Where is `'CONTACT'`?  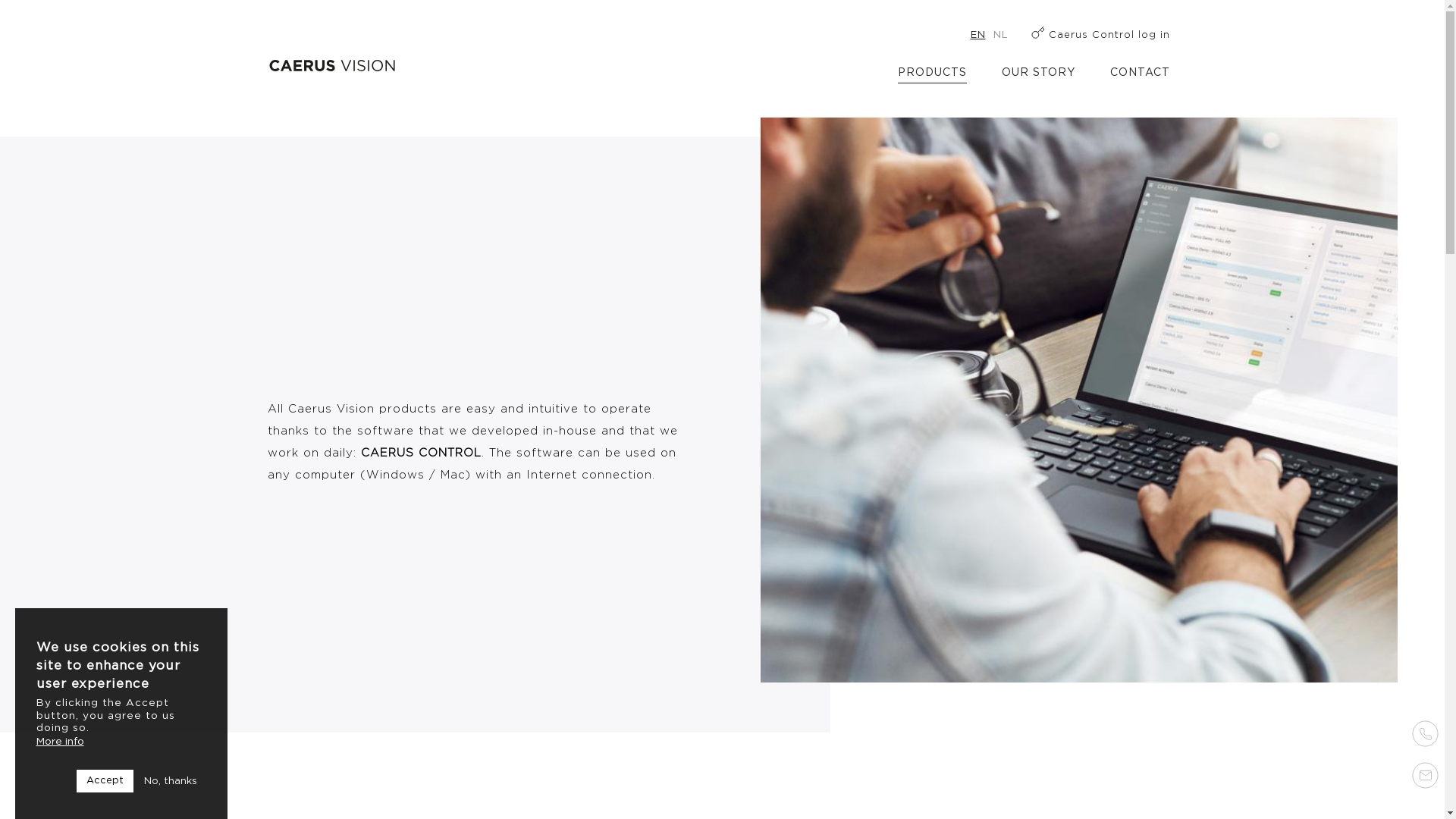
'CONTACT' is located at coordinates (1140, 76).